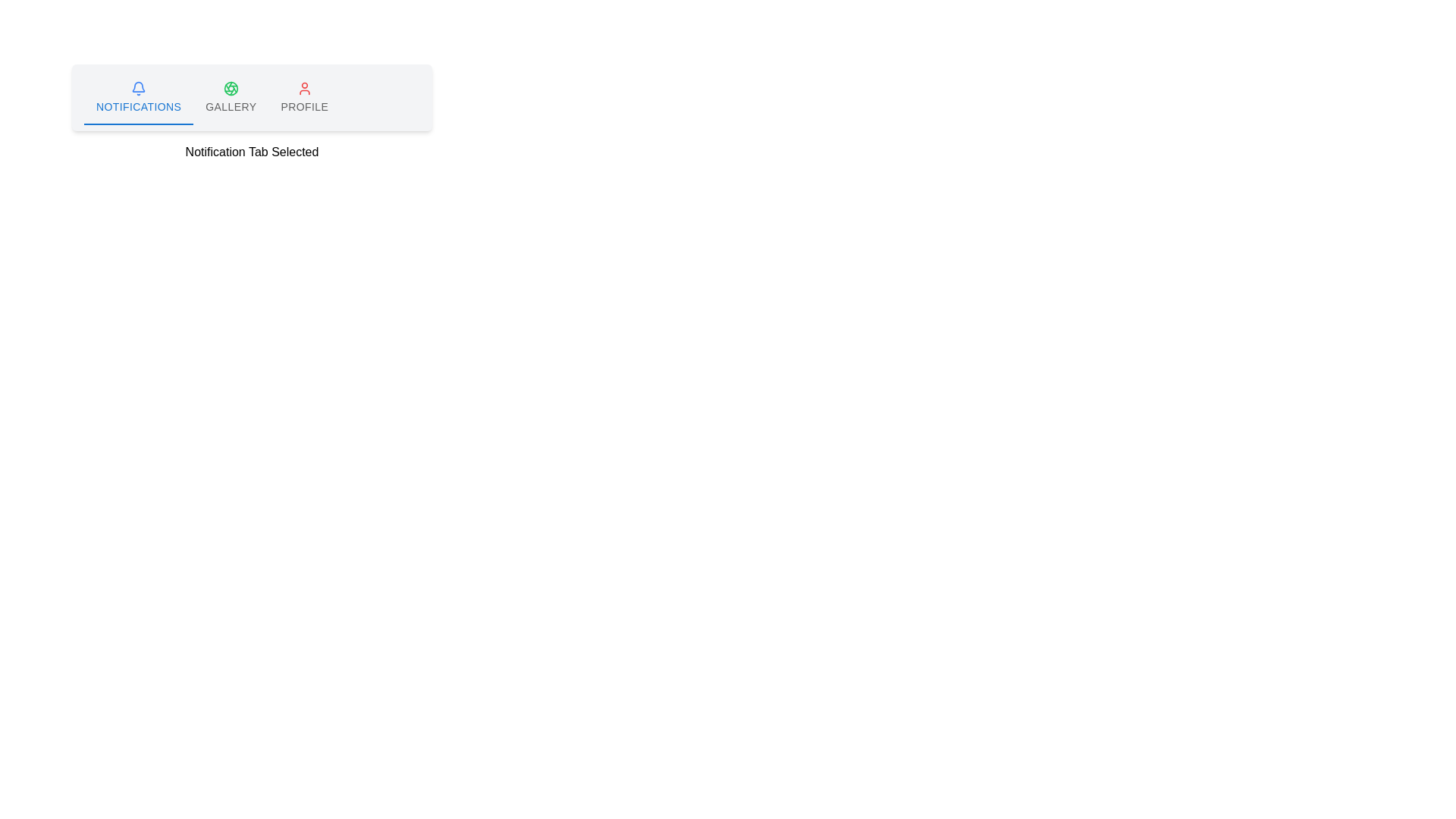  What do you see at coordinates (252, 97) in the screenshot?
I see `the 'Gallery' tab in the horizontal tab menu` at bounding box center [252, 97].